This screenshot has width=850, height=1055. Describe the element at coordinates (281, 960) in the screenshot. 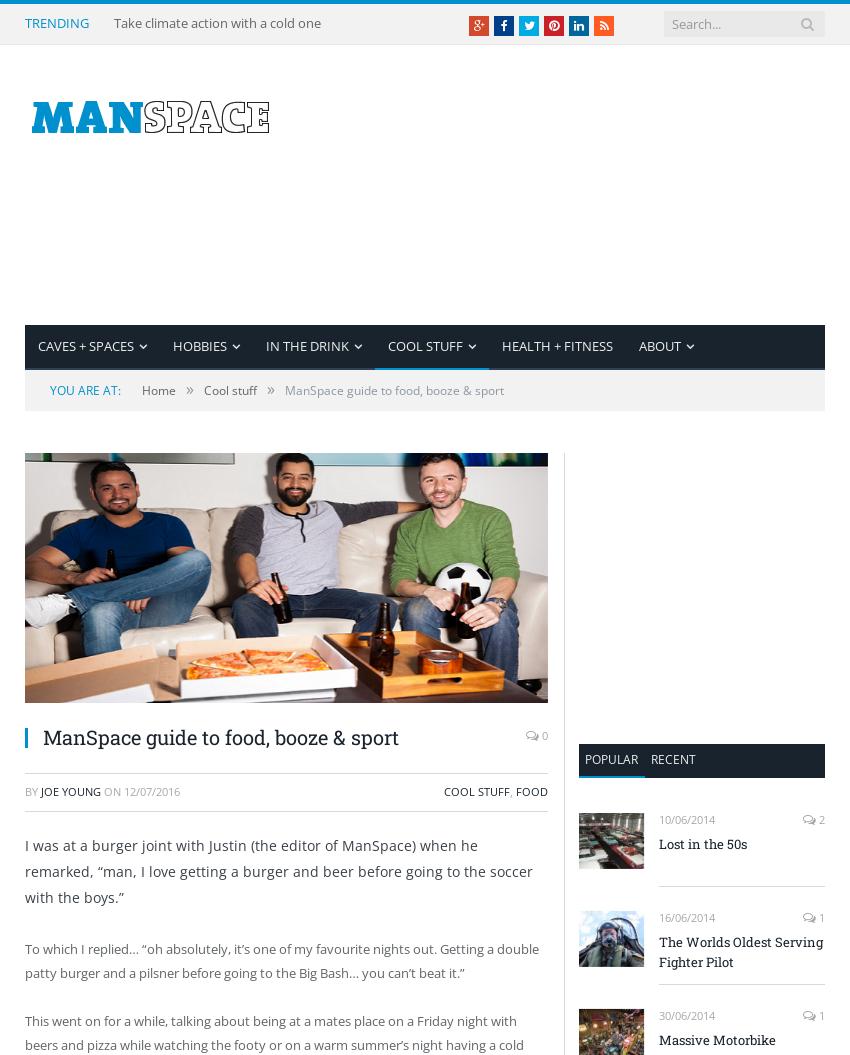

I see `'To which I replied… “oh absolutely, it’s one of my favourite nights out. Getting a double patty burger and a pilsner before going to the Big Bash… you can’t beat it.”'` at that location.